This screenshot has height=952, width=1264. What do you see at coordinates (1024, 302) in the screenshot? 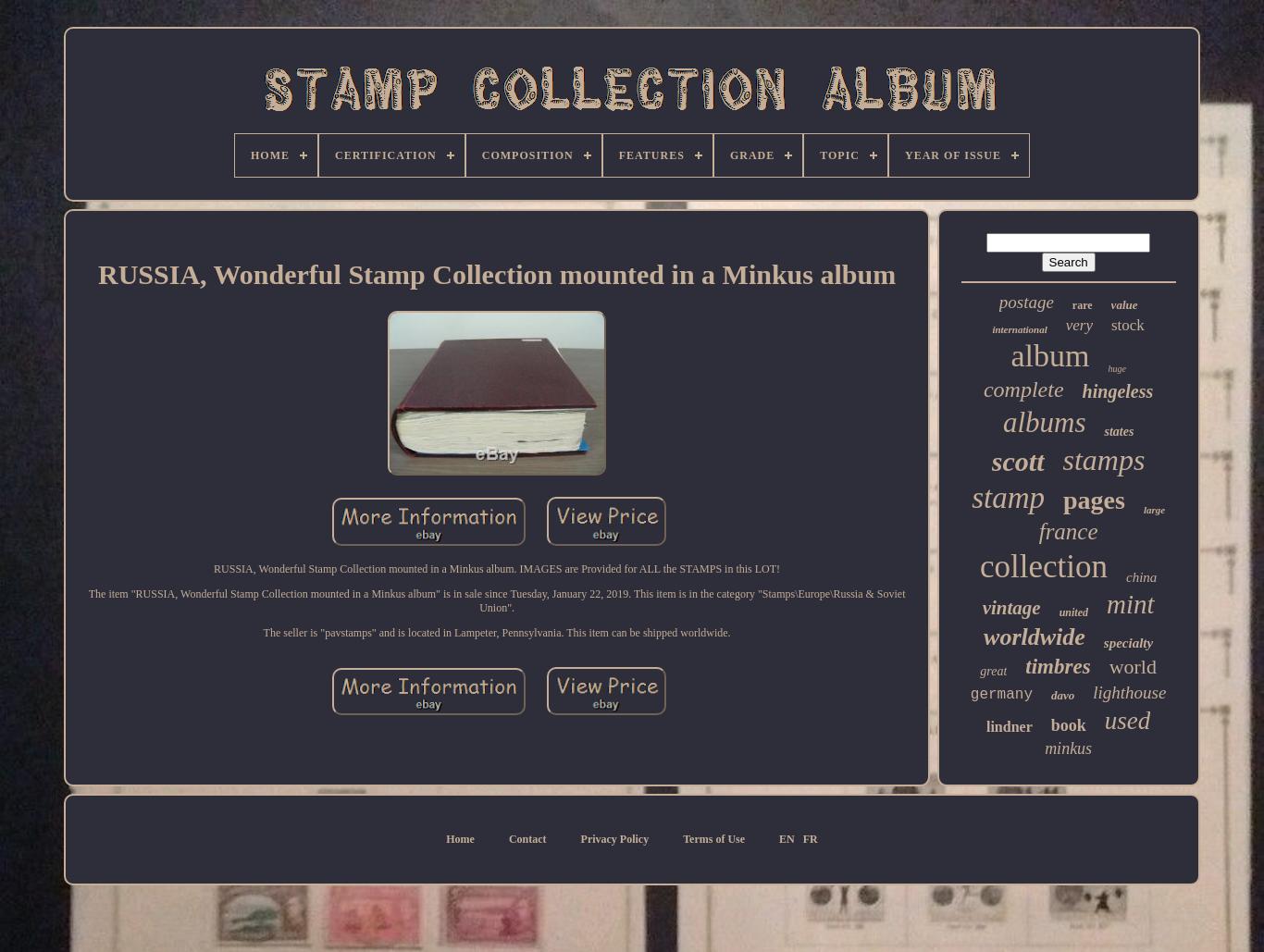
I see `'postage'` at bounding box center [1024, 302].